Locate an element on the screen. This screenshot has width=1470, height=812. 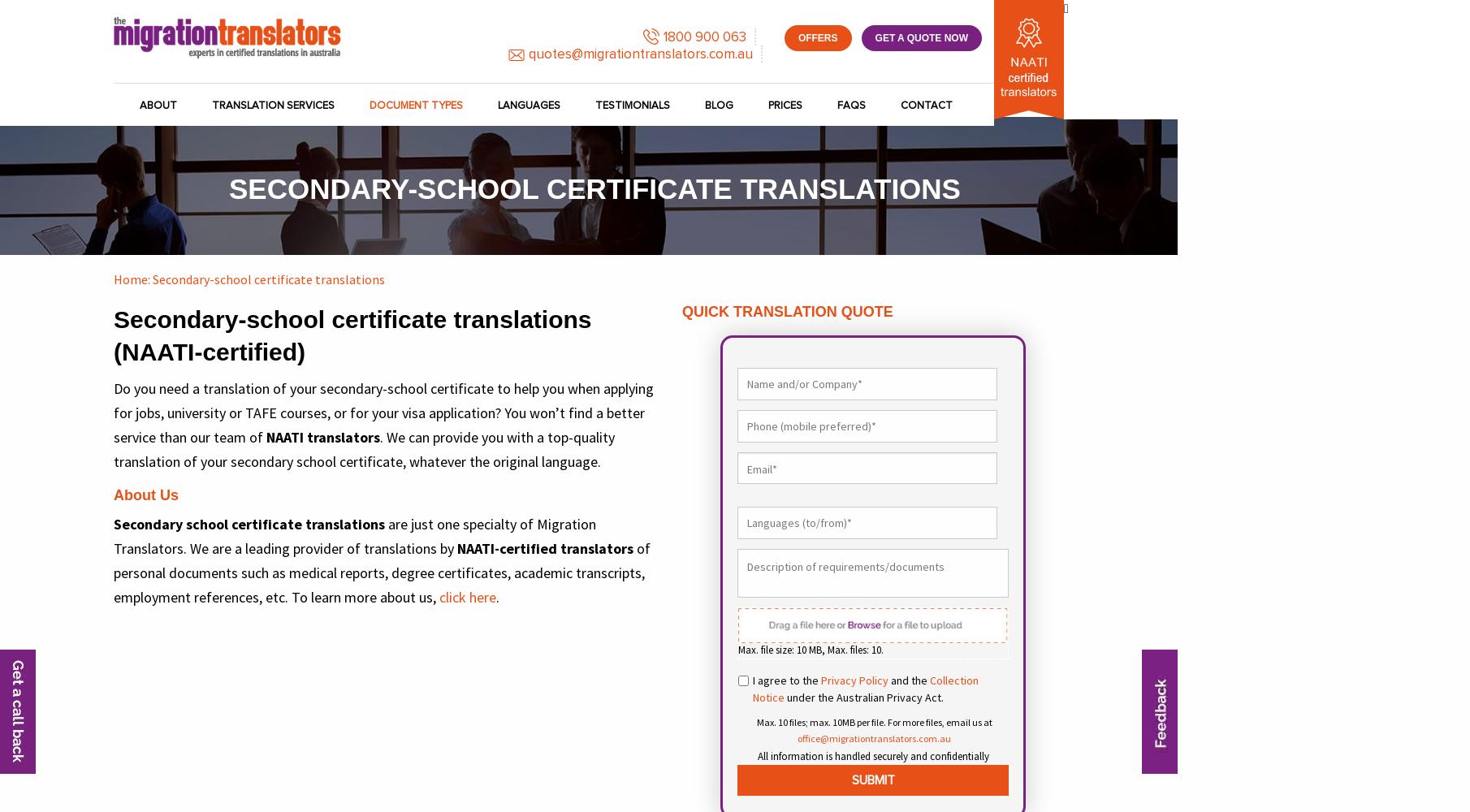
'About Us' is located at coordinates (145, 495).